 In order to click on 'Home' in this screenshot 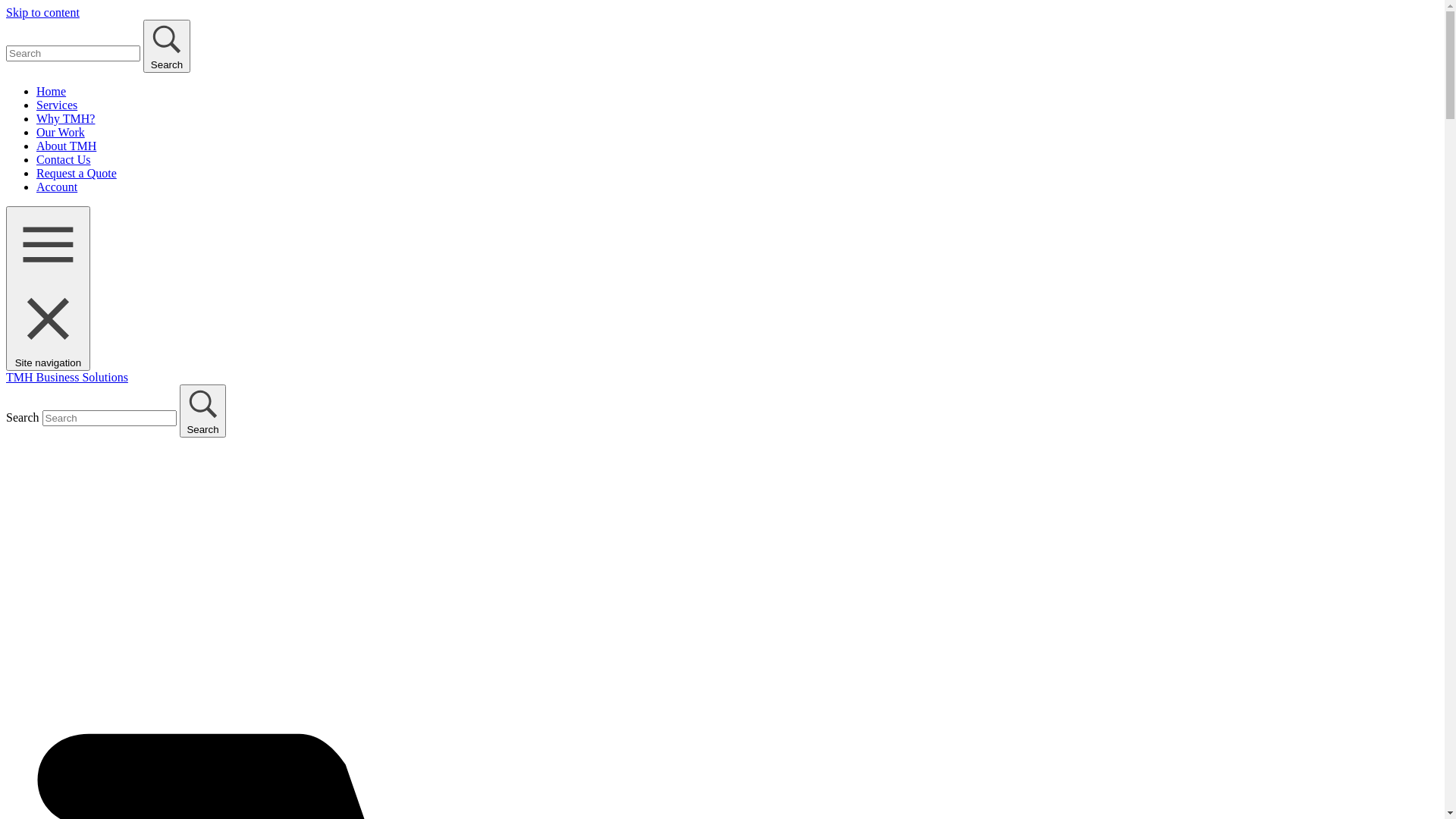, I will do `click(36, 91)`.